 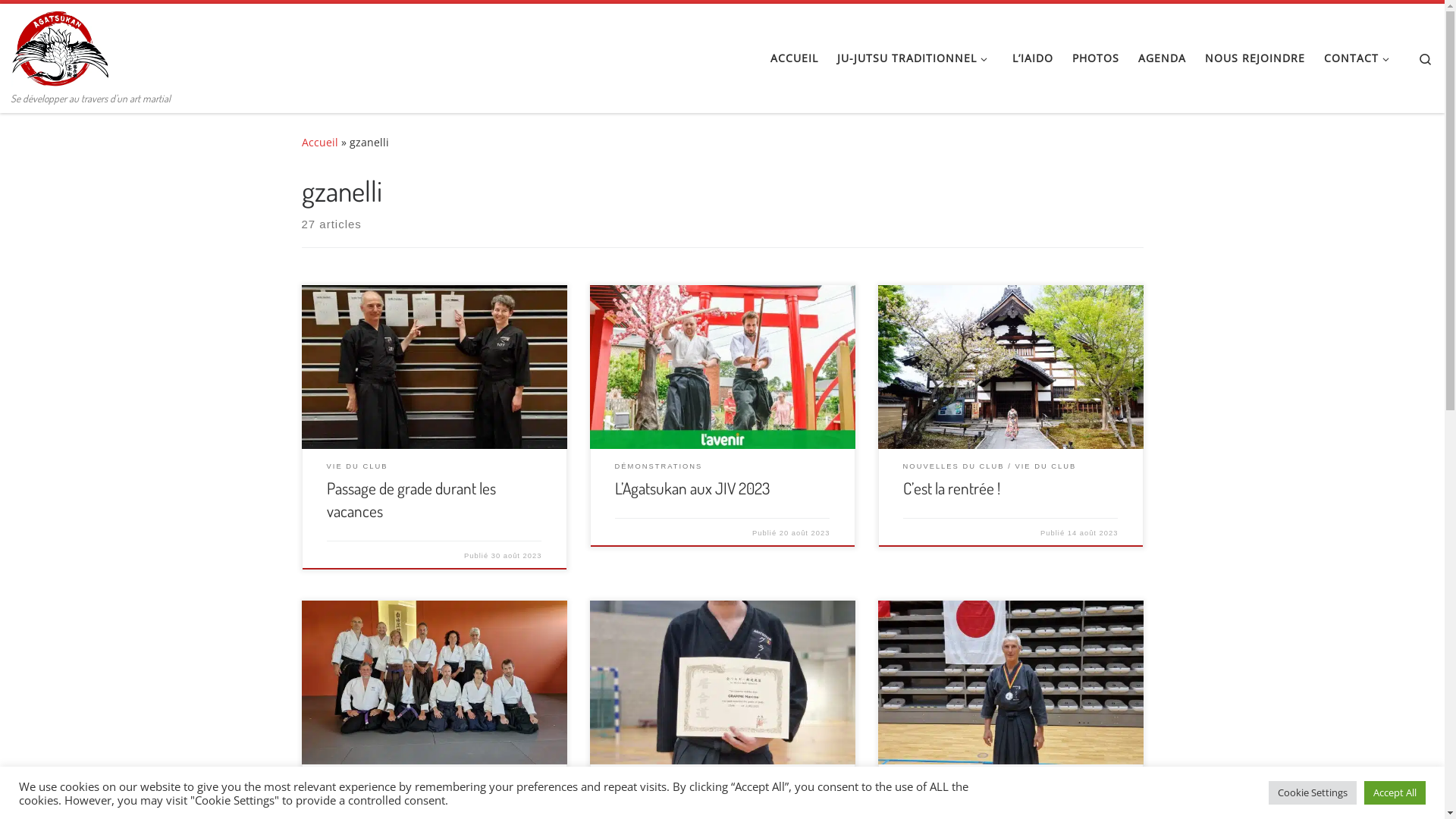 I want to click on 'Accept All', so click(x=1364, y=792).